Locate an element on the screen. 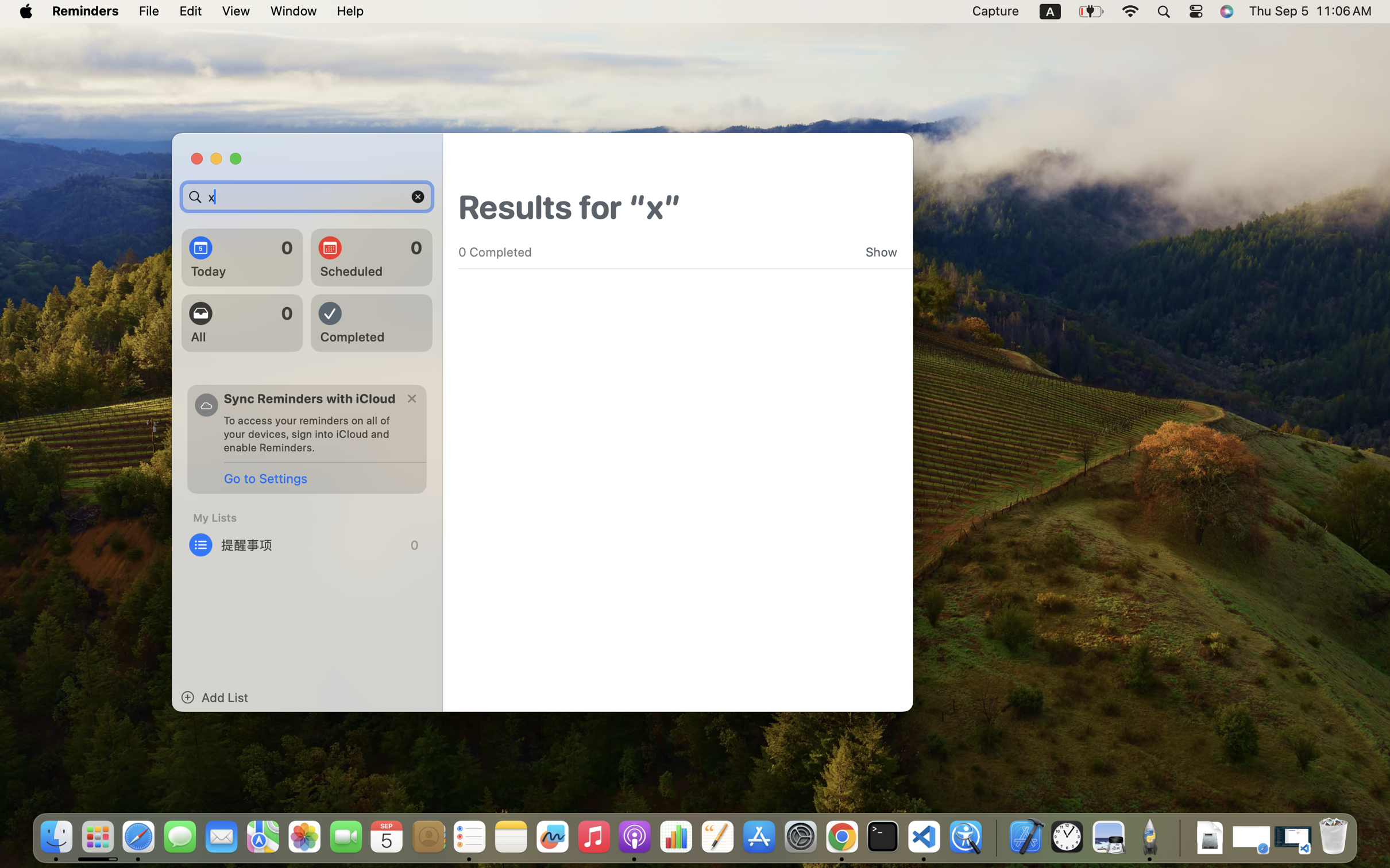 The image size is (1390, 868). 'Sync Reminders with iCloud' is located at coordinates (310, 398).